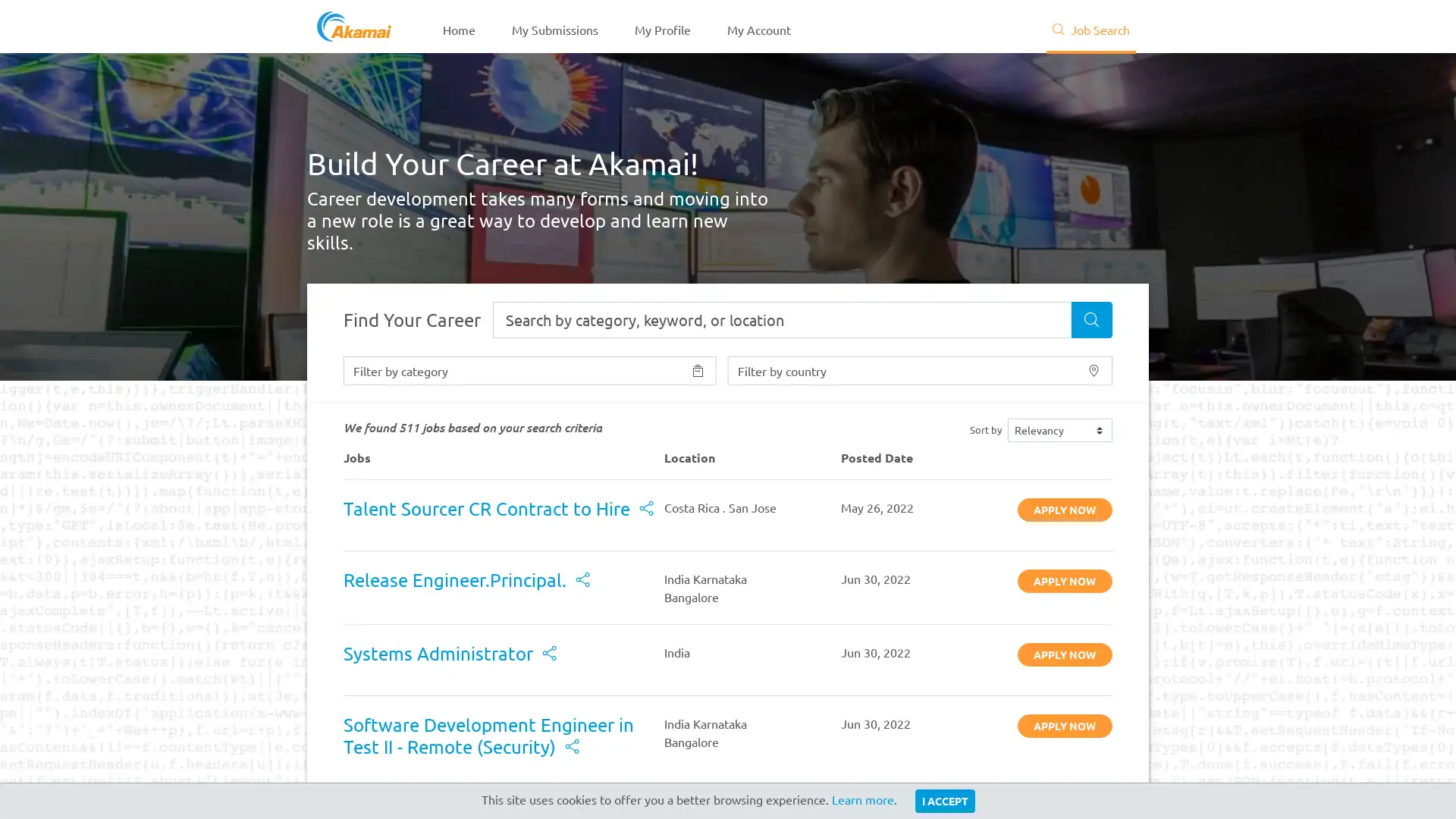  What do you see at coordinates (582, 580) in the screenshot?
I see `Share Release Engineer.Principal.` at bounding box center [582, 580].